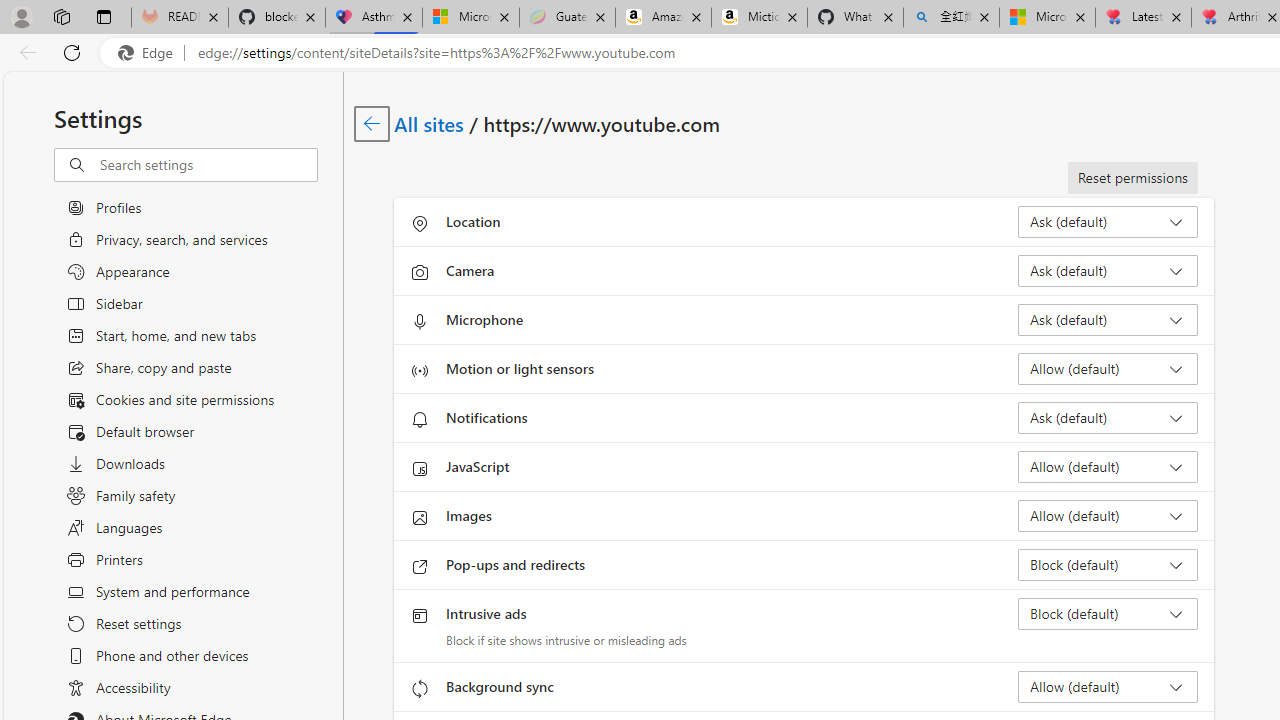 The image size is (1280, 720). What do you see at coordinates (1106, 271) in the screenshot?
I see `'Camera Ask (default)'` at bounding box center [1106, 271].